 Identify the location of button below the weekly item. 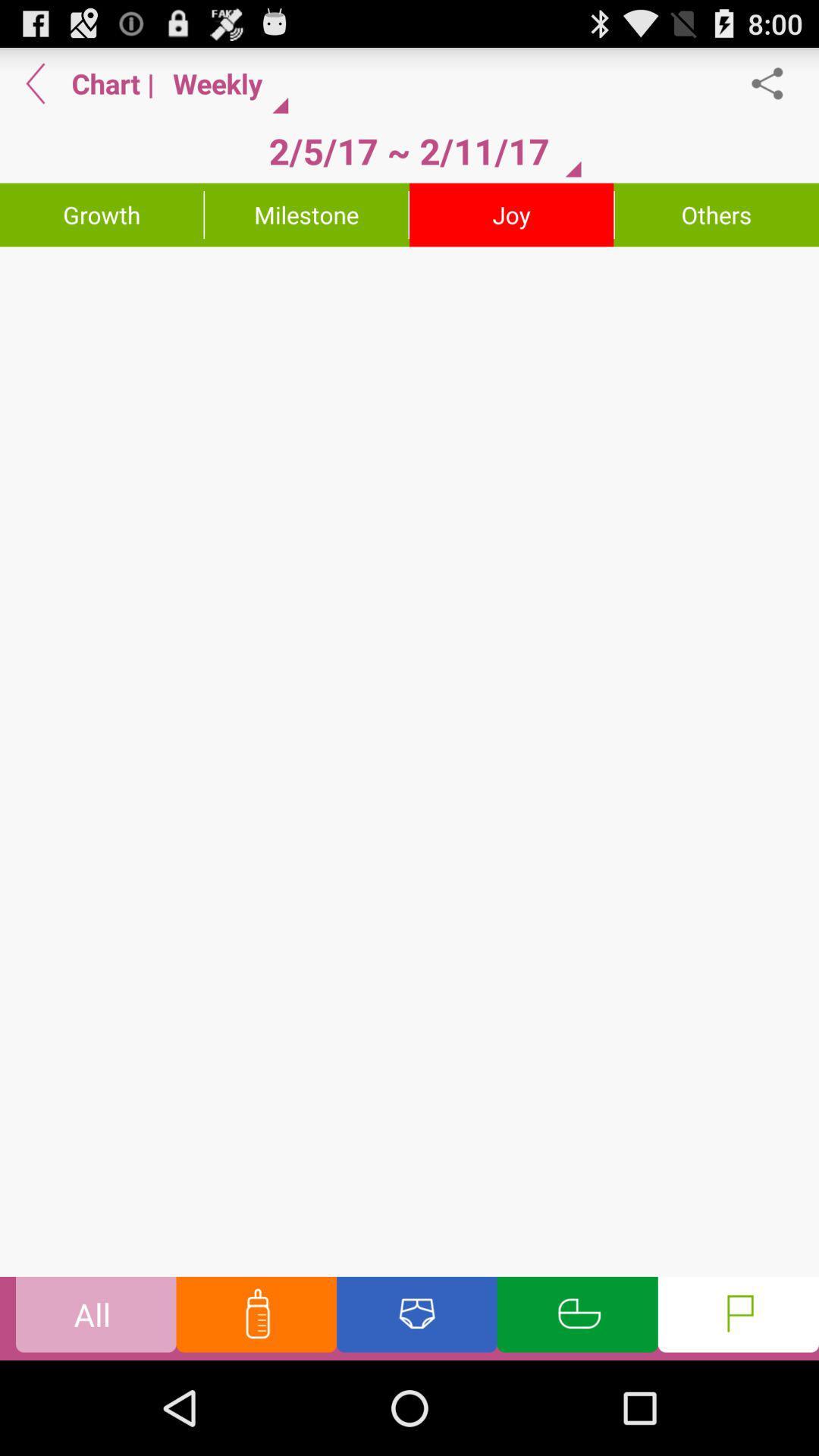
(408, 151).